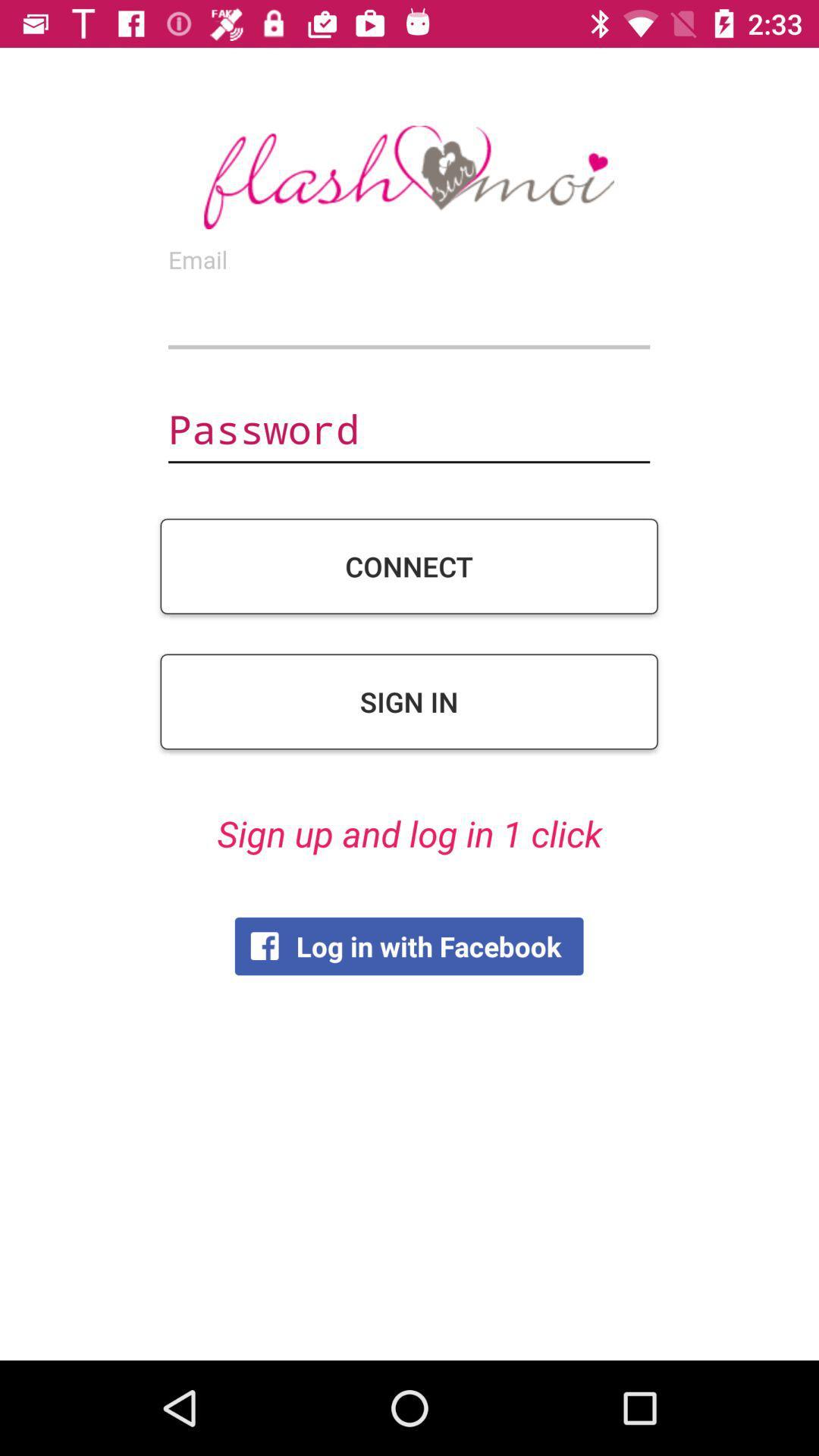 The height and width of the screenshot is (1456, 819). What do you see at coordinates (408, 431) in the screenshot?
I see `password button` at bounding box center [408, 431].